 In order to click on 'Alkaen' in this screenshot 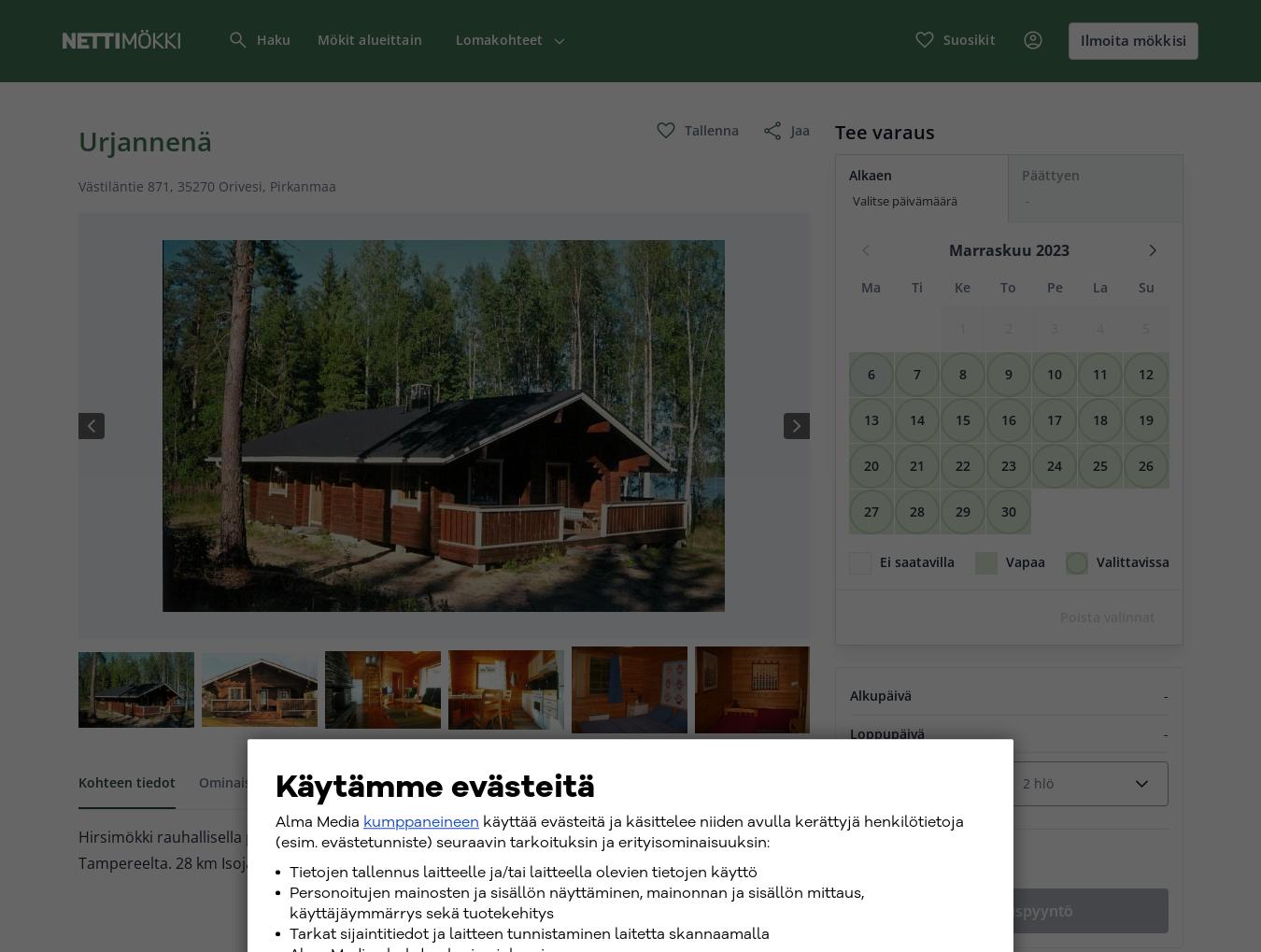, I will do `click(847, 174)`.